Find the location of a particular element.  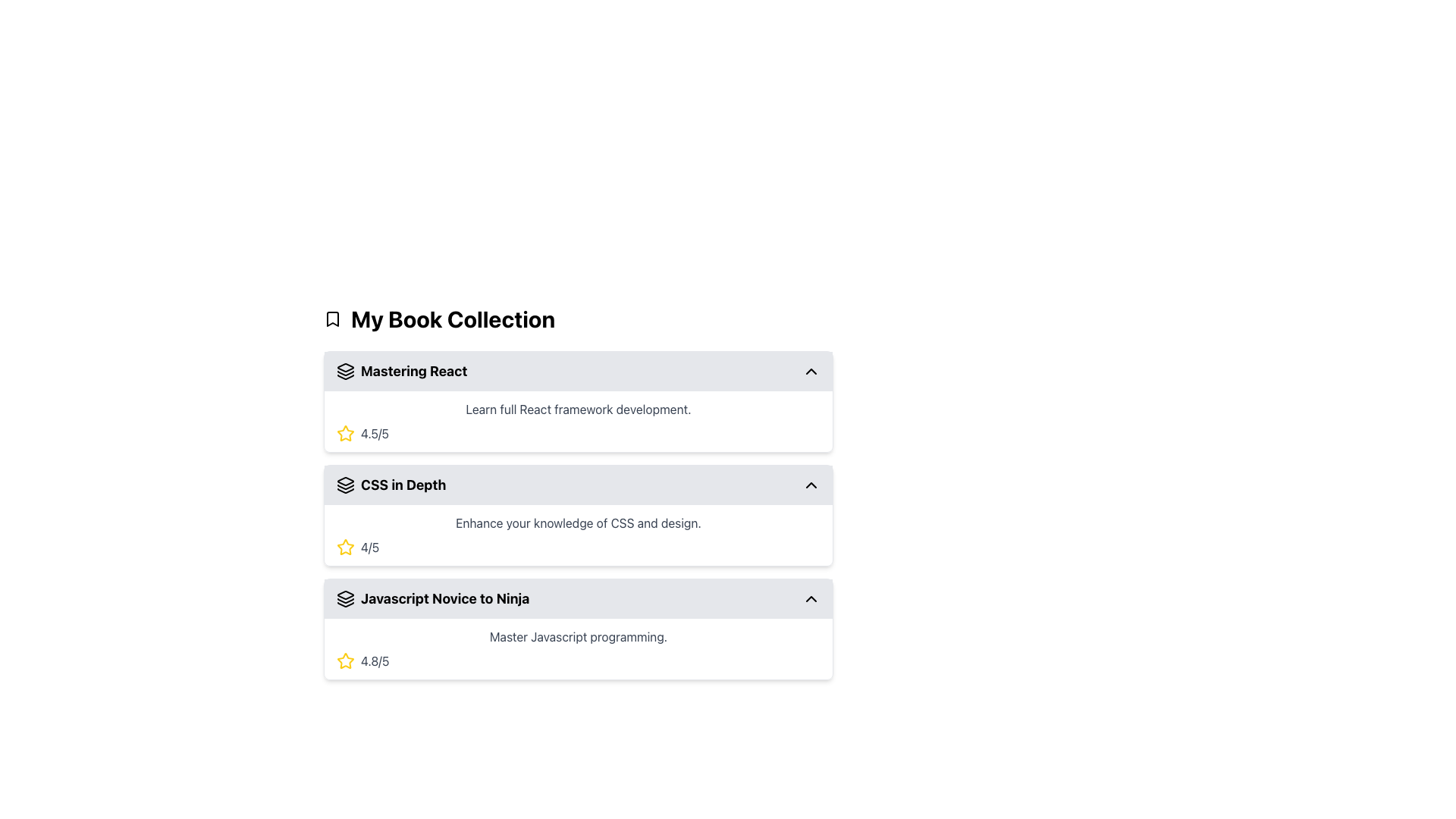

the static text displaying the rating information for the book 'CSS in Depth' located in the second section of 'My Book Collection' is located at coordinates (578, 534).